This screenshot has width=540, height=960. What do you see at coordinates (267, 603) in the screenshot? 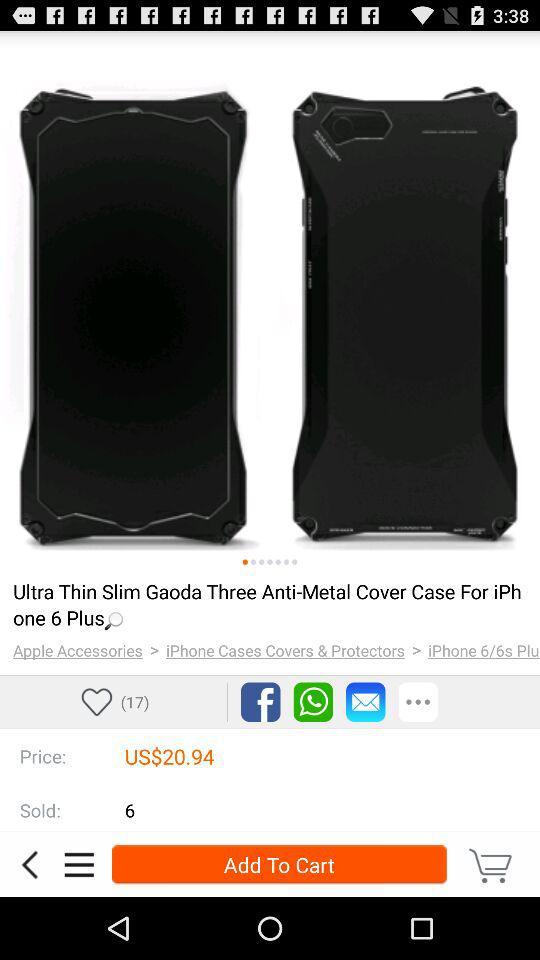
I see `the loading... item` at bounding box center [267, 603].